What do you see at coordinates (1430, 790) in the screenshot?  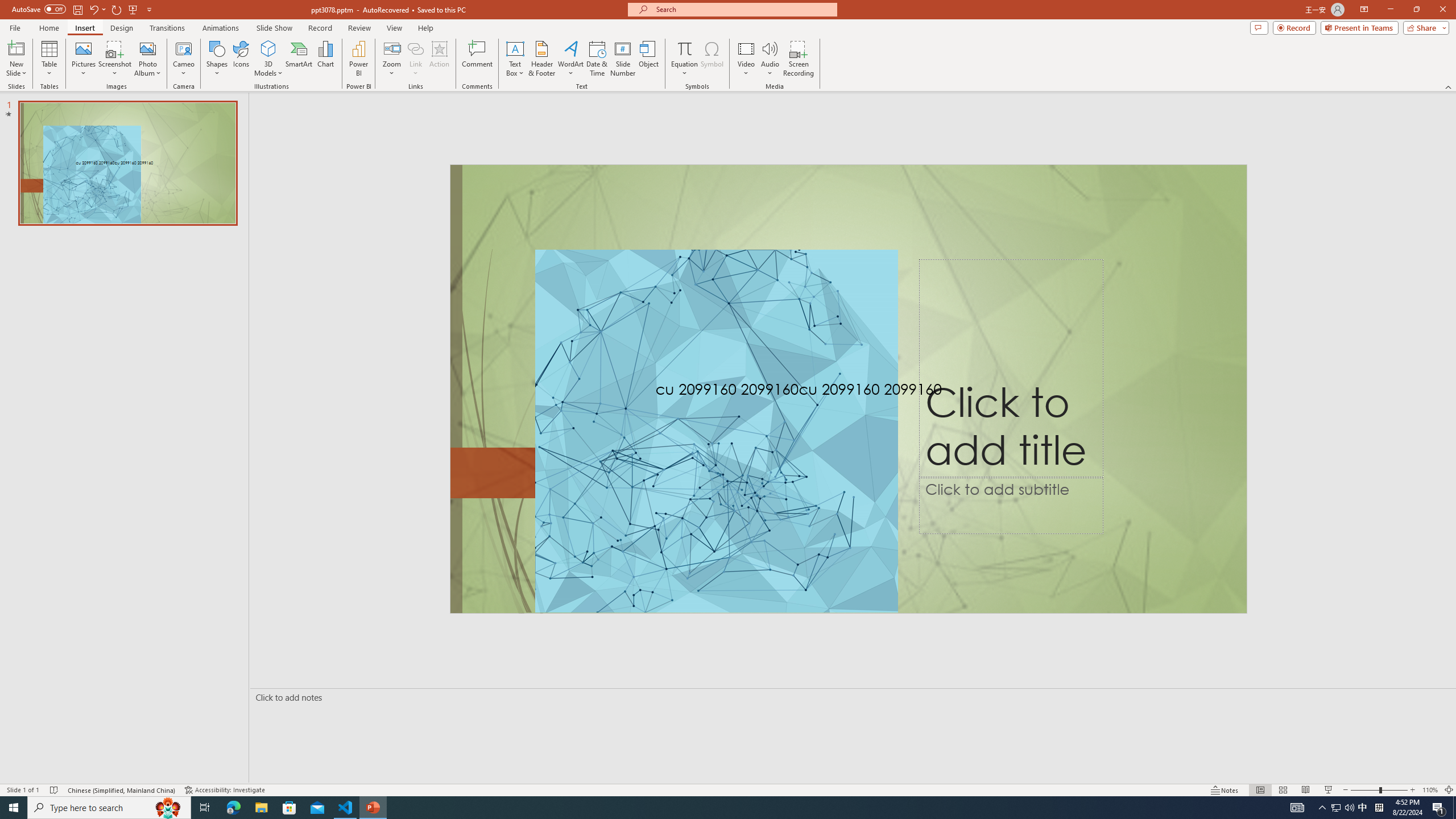 I see `'Zoom 110%'` at bounding box center [1430, 790].